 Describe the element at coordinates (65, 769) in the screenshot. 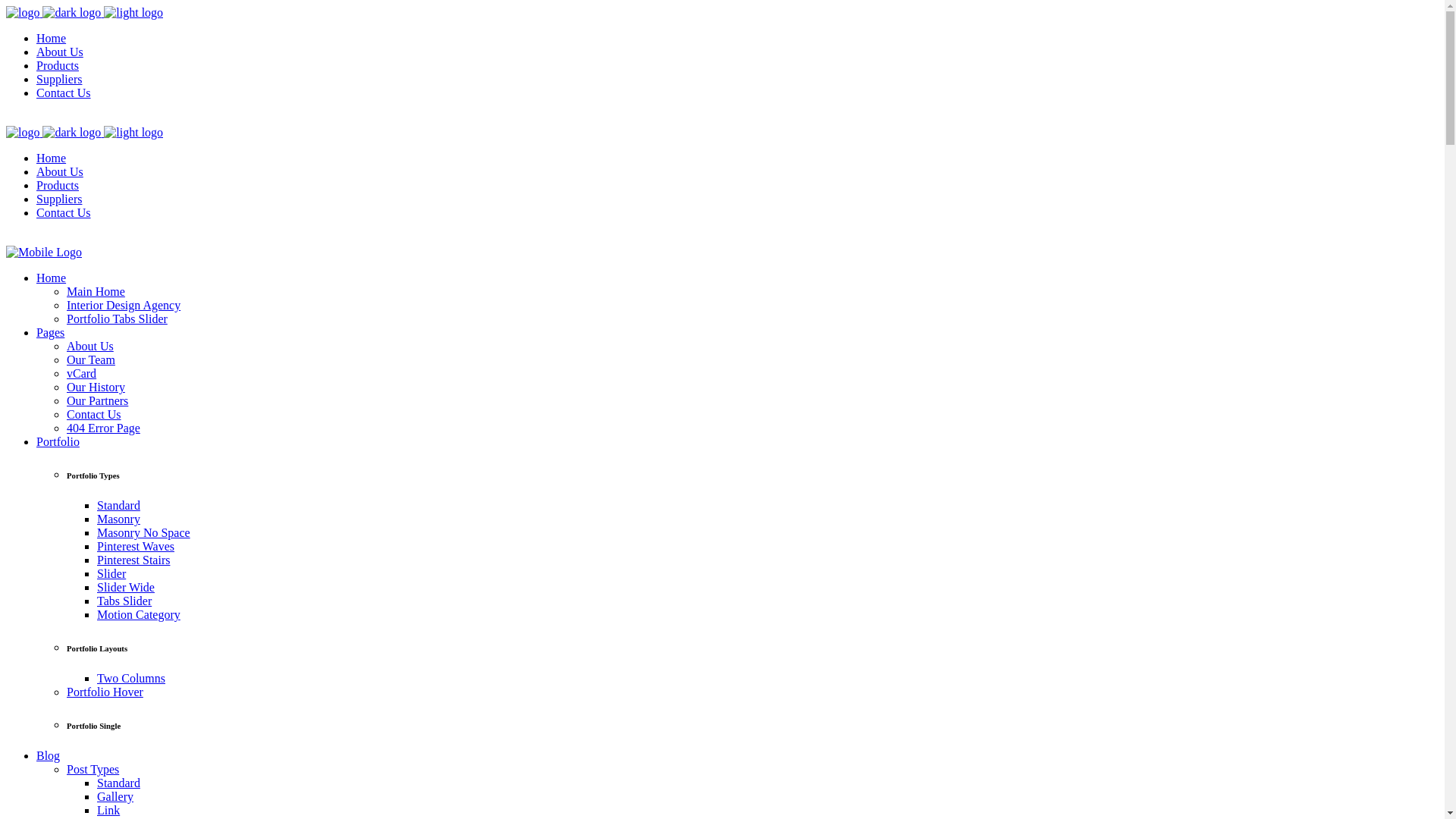

I see `'Post Types'` at that location.